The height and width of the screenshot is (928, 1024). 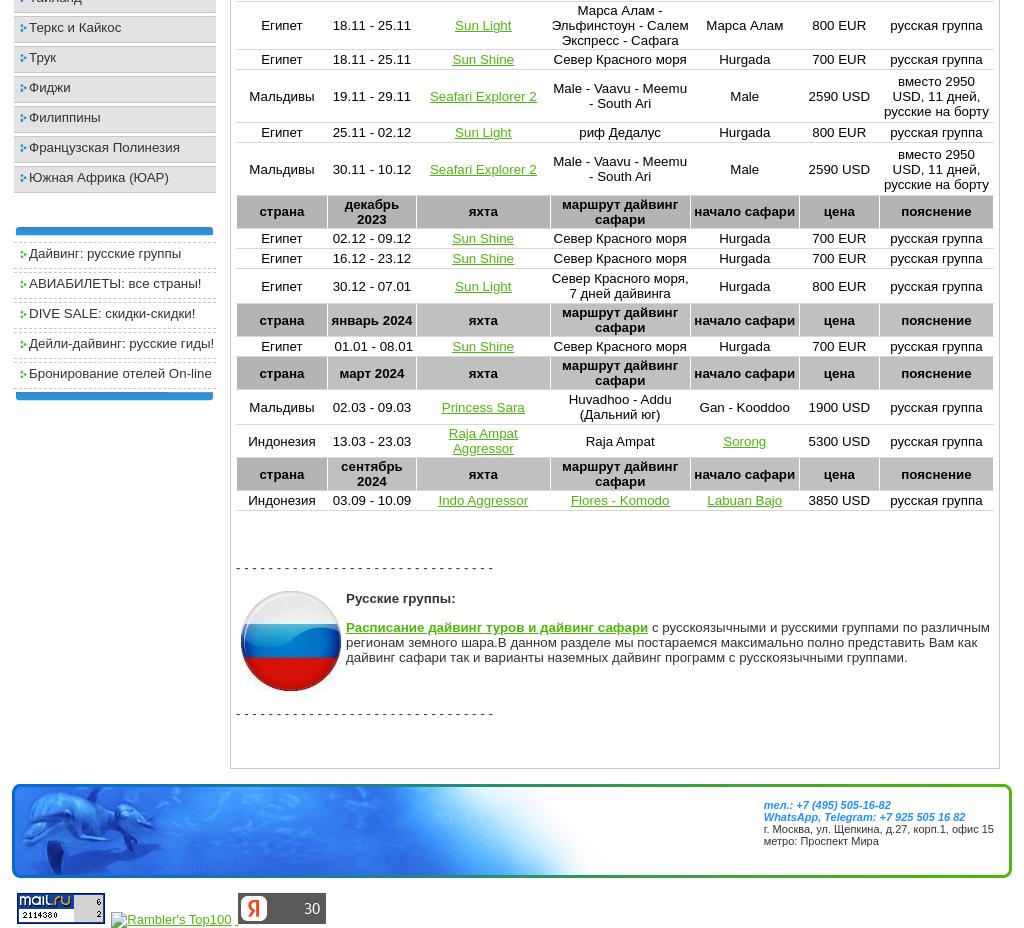 I want to click on '5300 USD', so click(x=837, y=440).